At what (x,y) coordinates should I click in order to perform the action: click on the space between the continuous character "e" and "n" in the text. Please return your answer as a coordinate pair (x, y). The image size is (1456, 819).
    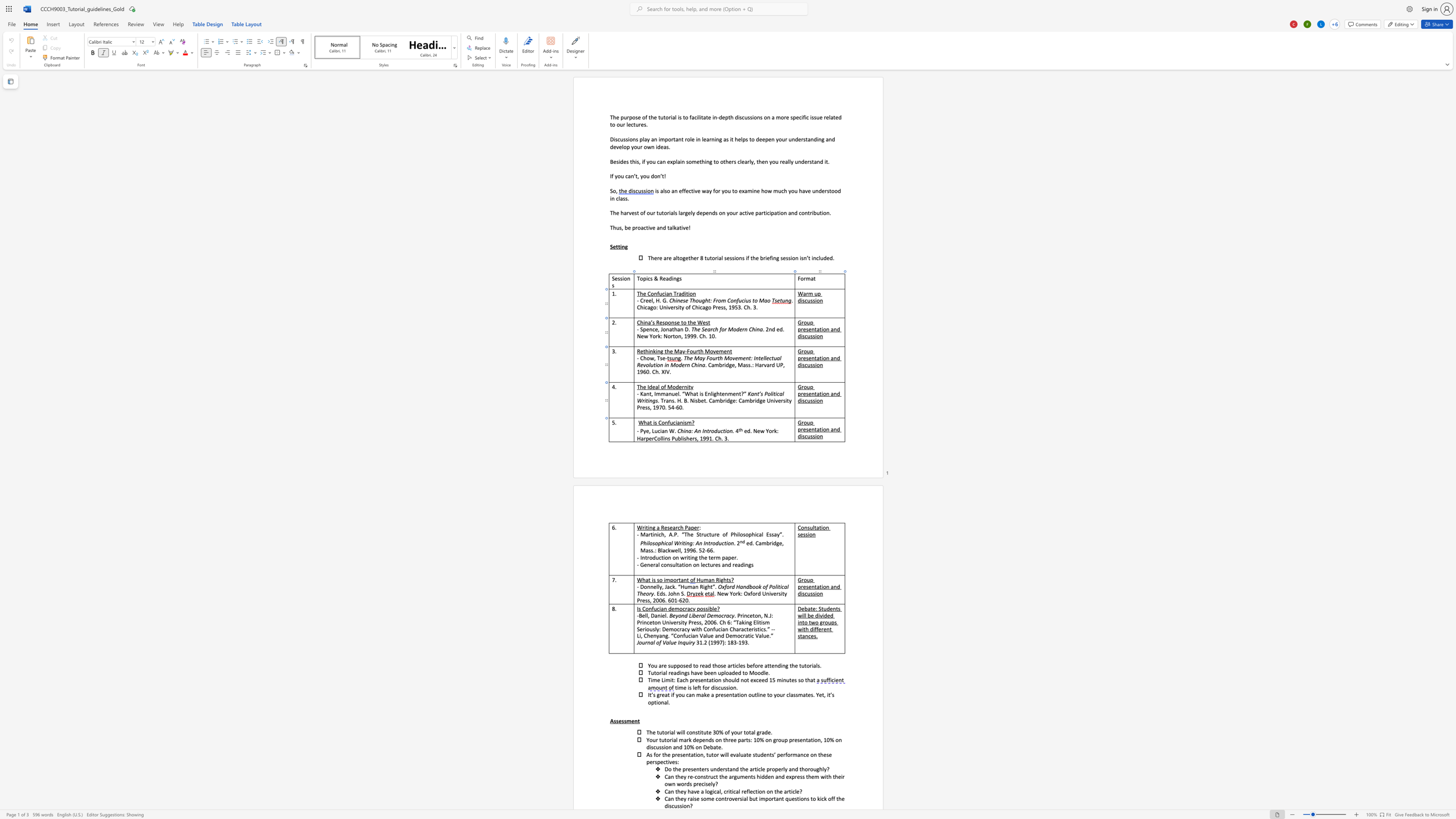
    Looking at the image, I should click on (811, 393).